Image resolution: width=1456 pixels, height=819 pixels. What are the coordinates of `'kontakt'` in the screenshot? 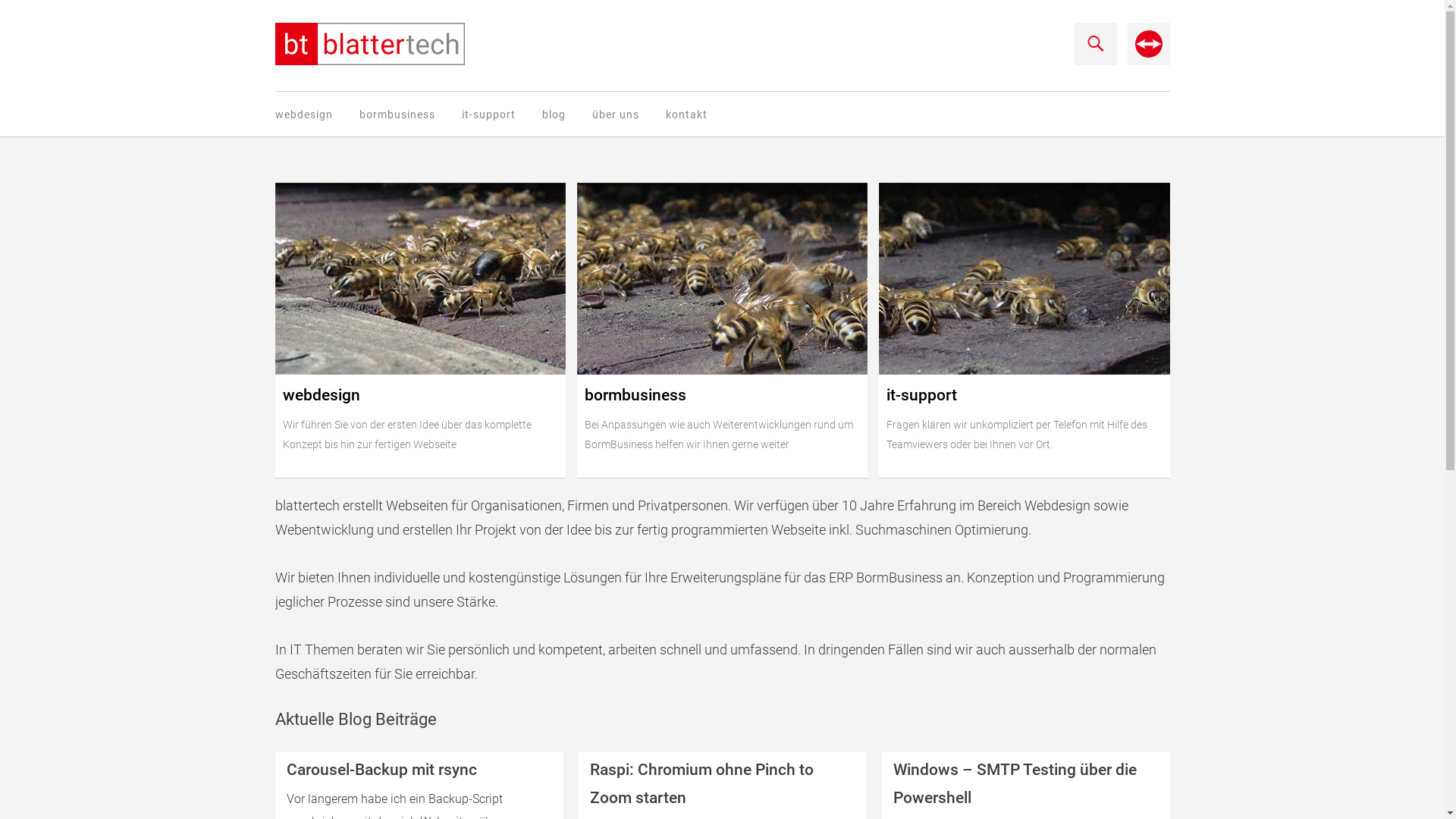 It's located at (686, 113).